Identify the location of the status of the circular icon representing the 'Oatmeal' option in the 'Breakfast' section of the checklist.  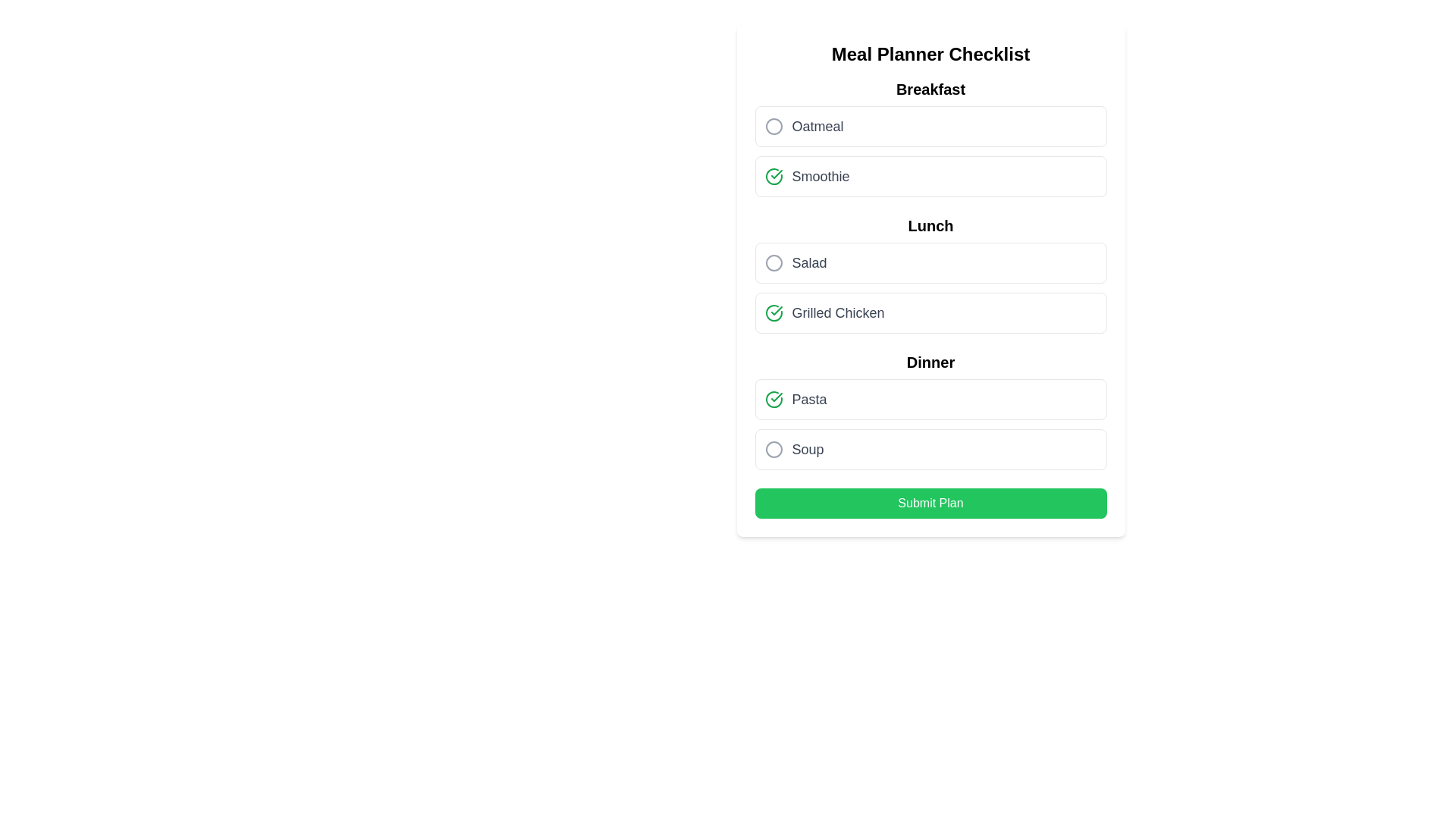
(773, 125).